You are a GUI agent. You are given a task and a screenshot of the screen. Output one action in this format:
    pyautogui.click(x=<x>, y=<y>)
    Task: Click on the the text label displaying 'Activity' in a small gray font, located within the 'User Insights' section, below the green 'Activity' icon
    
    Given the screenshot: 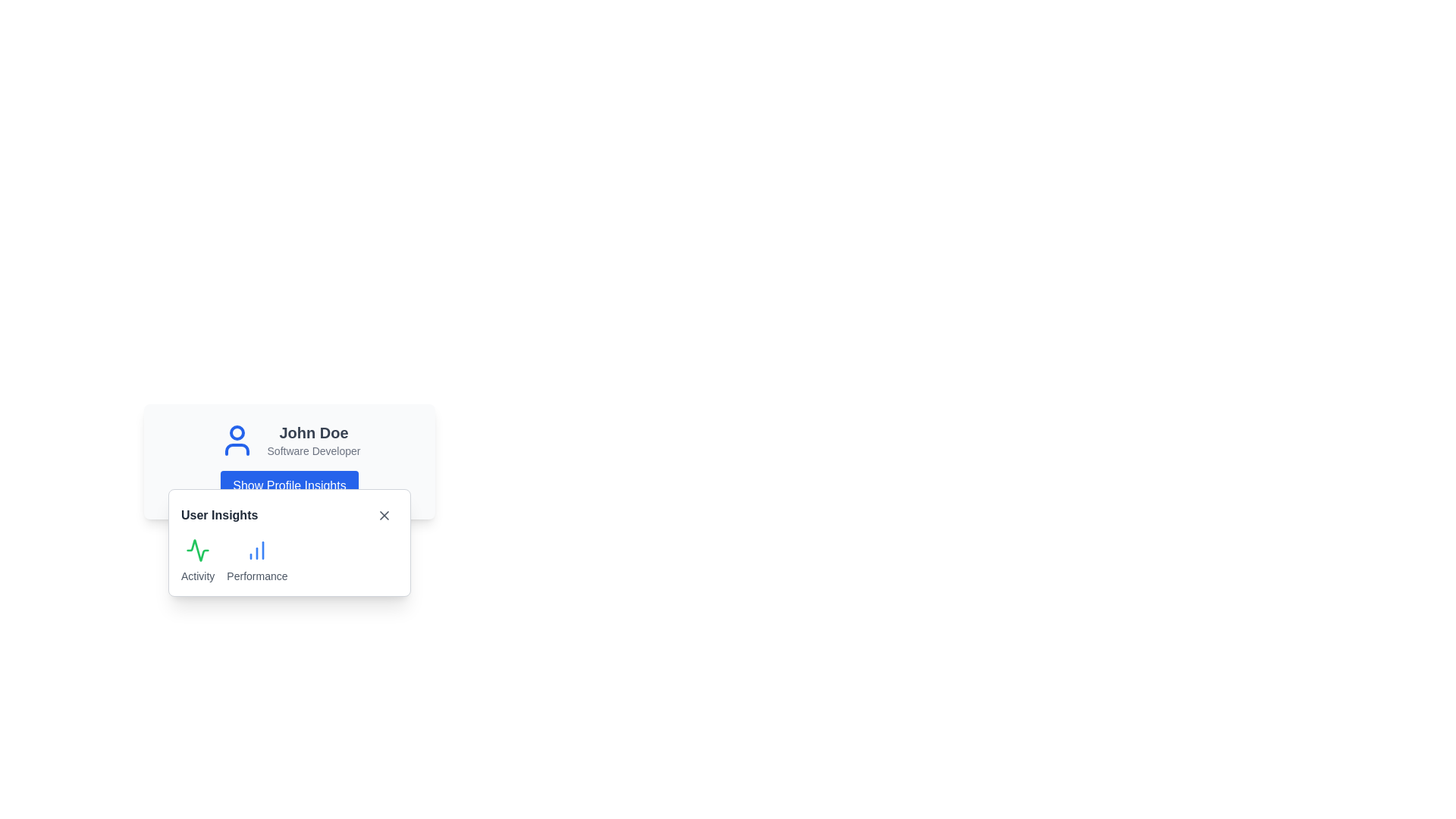 What is the action you would take?
    pyautogui.click(x=197, y=576)
    